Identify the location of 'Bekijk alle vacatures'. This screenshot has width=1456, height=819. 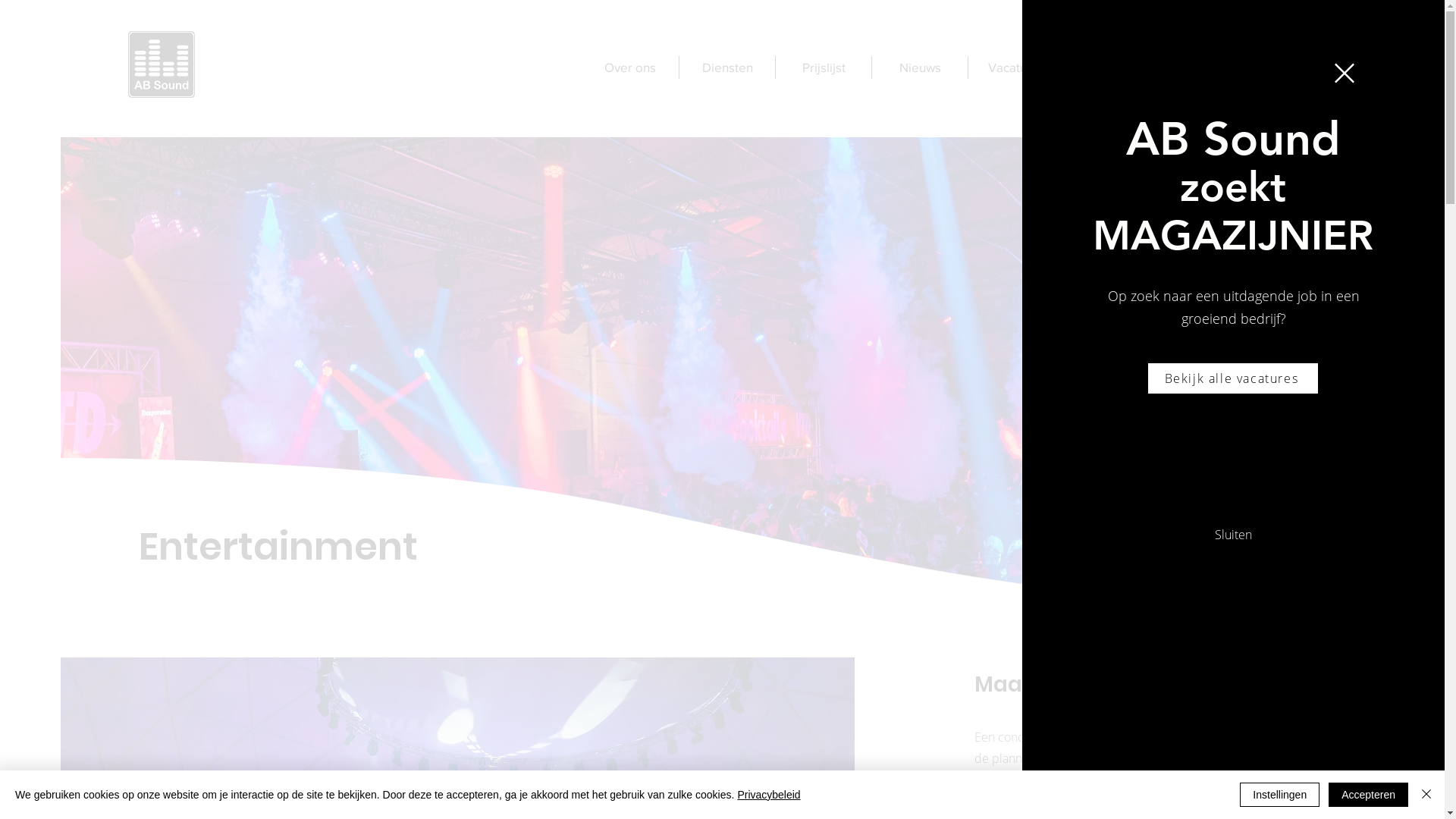
(1233, 377).